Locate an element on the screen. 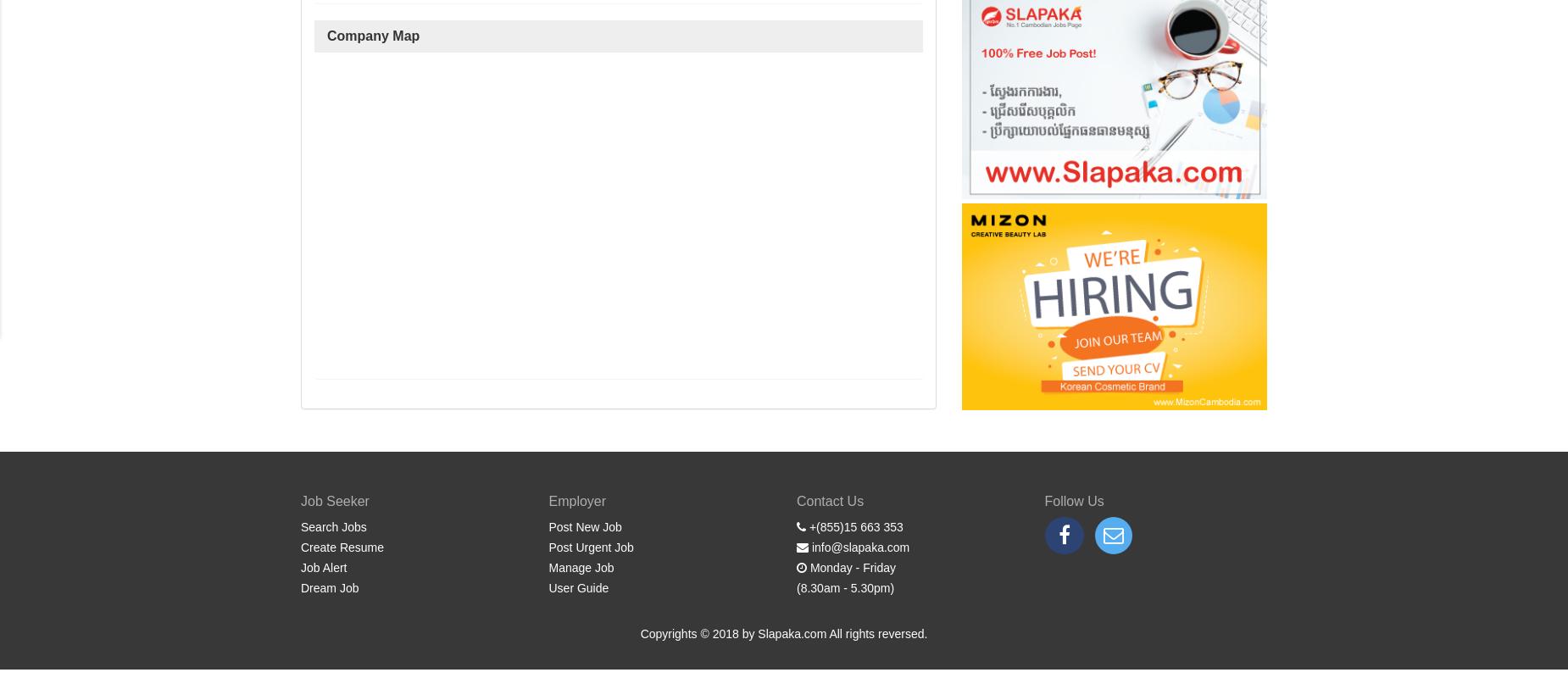 The width and height of the screenshot is (1568, 678). 'Monday - Friday' is located at coordinates (850, 568).